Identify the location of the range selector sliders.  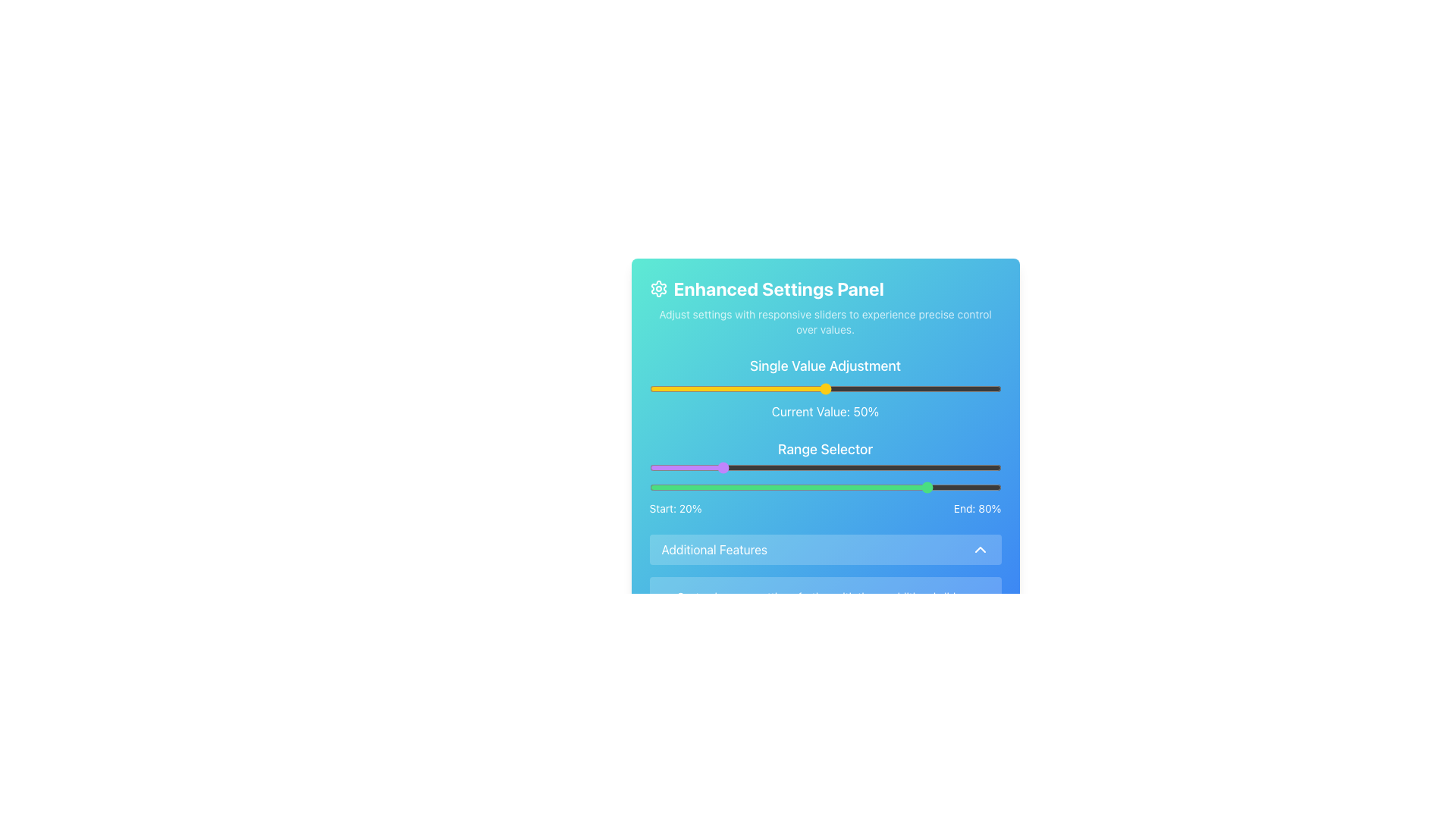
(758, 467).